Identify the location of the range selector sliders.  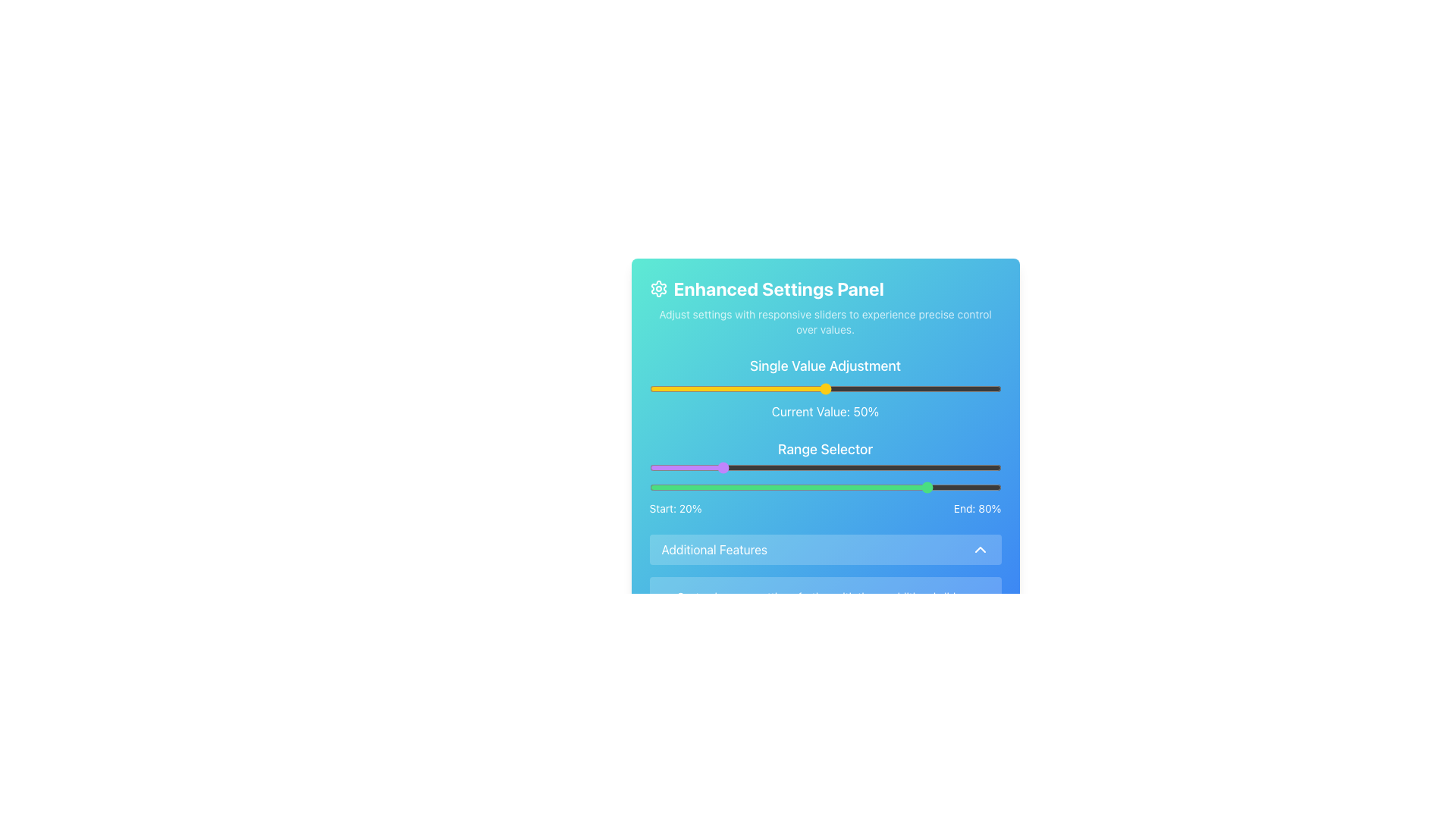
(758, 467).